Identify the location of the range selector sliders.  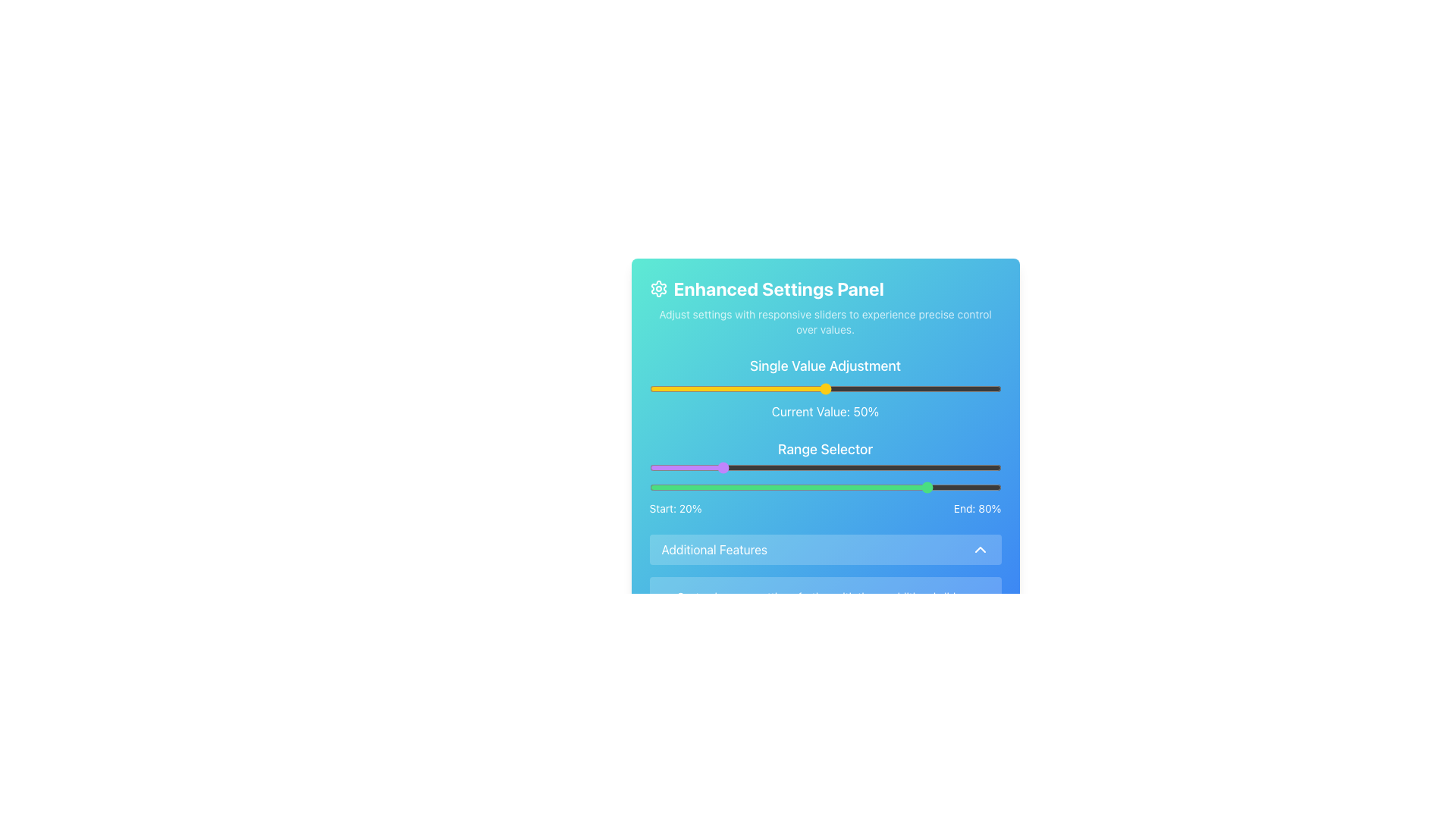
(758, 467).